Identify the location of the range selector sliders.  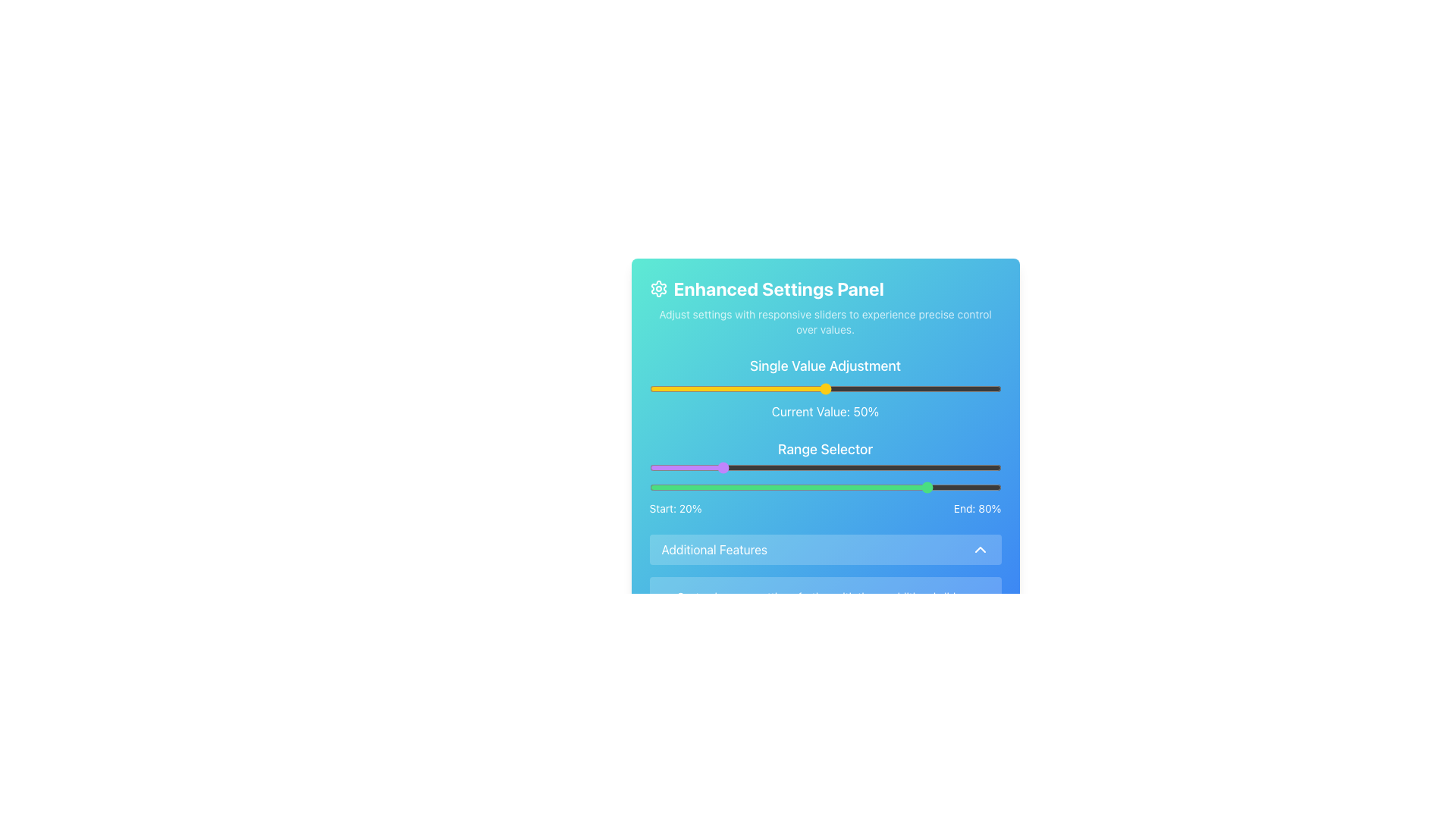
(758, 467).